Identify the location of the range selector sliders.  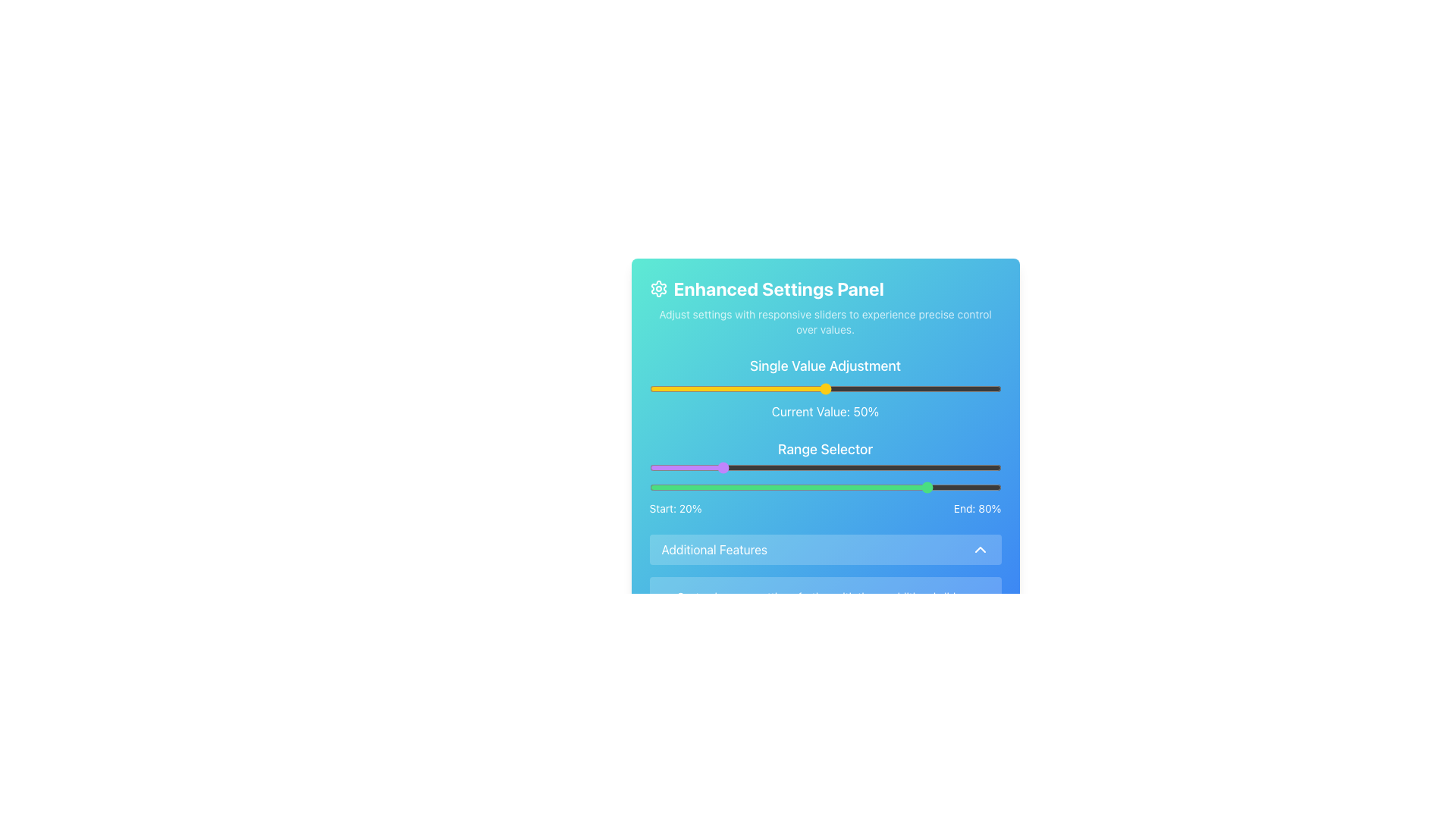
(758, 467).